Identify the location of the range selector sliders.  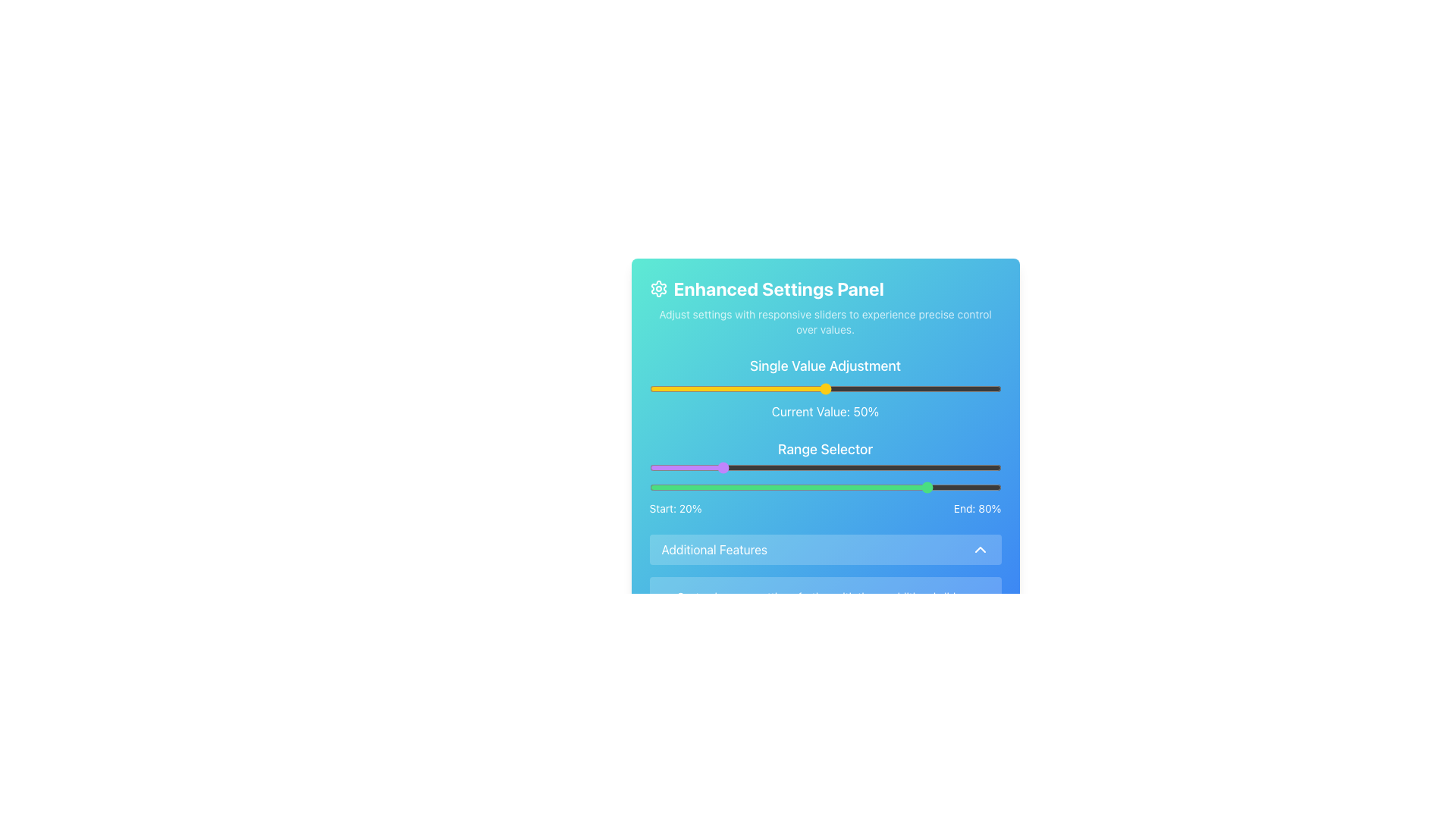
(758, 467).